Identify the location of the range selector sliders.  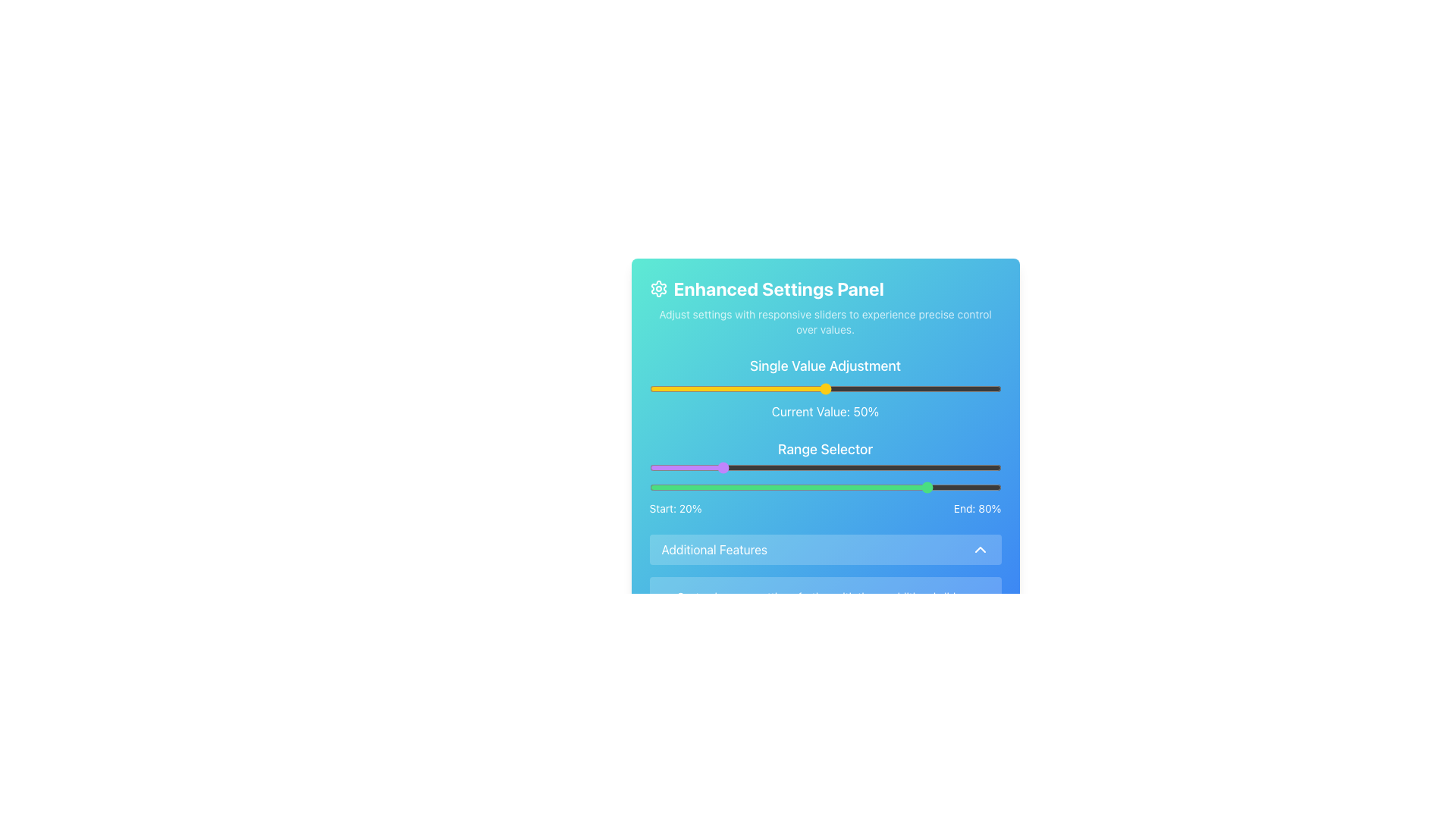
(758, 467).